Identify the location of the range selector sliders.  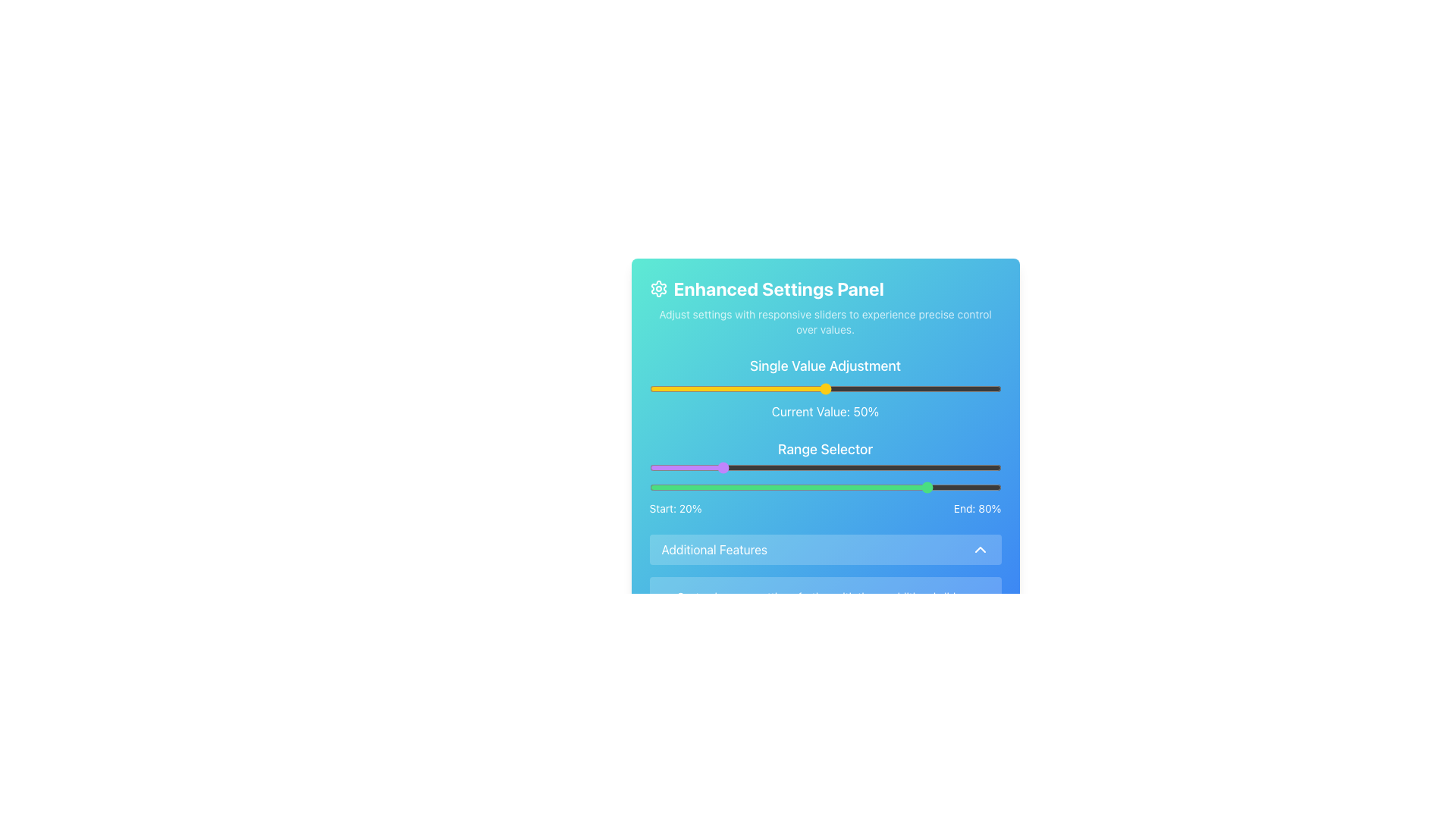
(758, 467).